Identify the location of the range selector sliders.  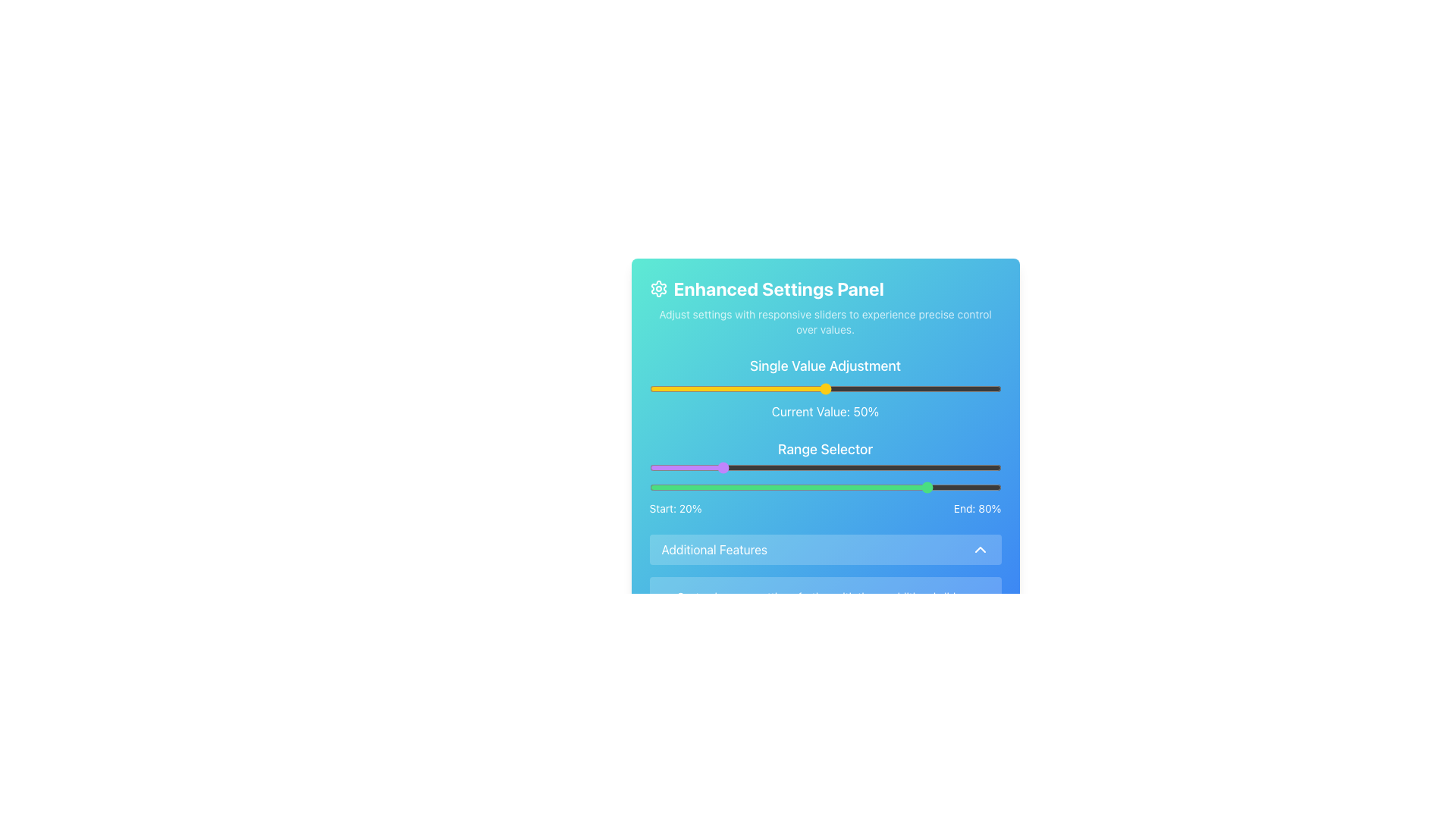
(758, 467).